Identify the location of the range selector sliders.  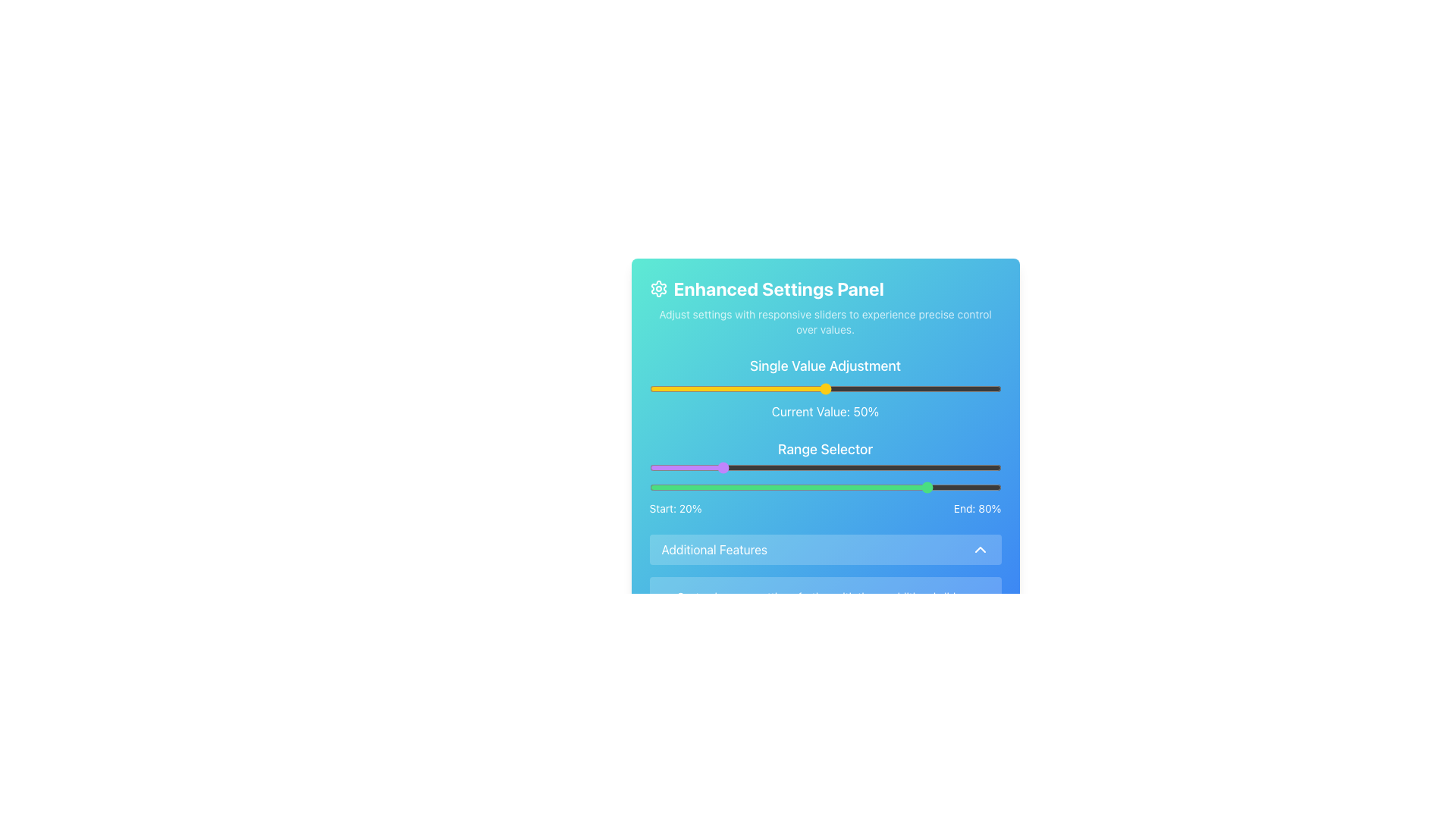
(758, 467).